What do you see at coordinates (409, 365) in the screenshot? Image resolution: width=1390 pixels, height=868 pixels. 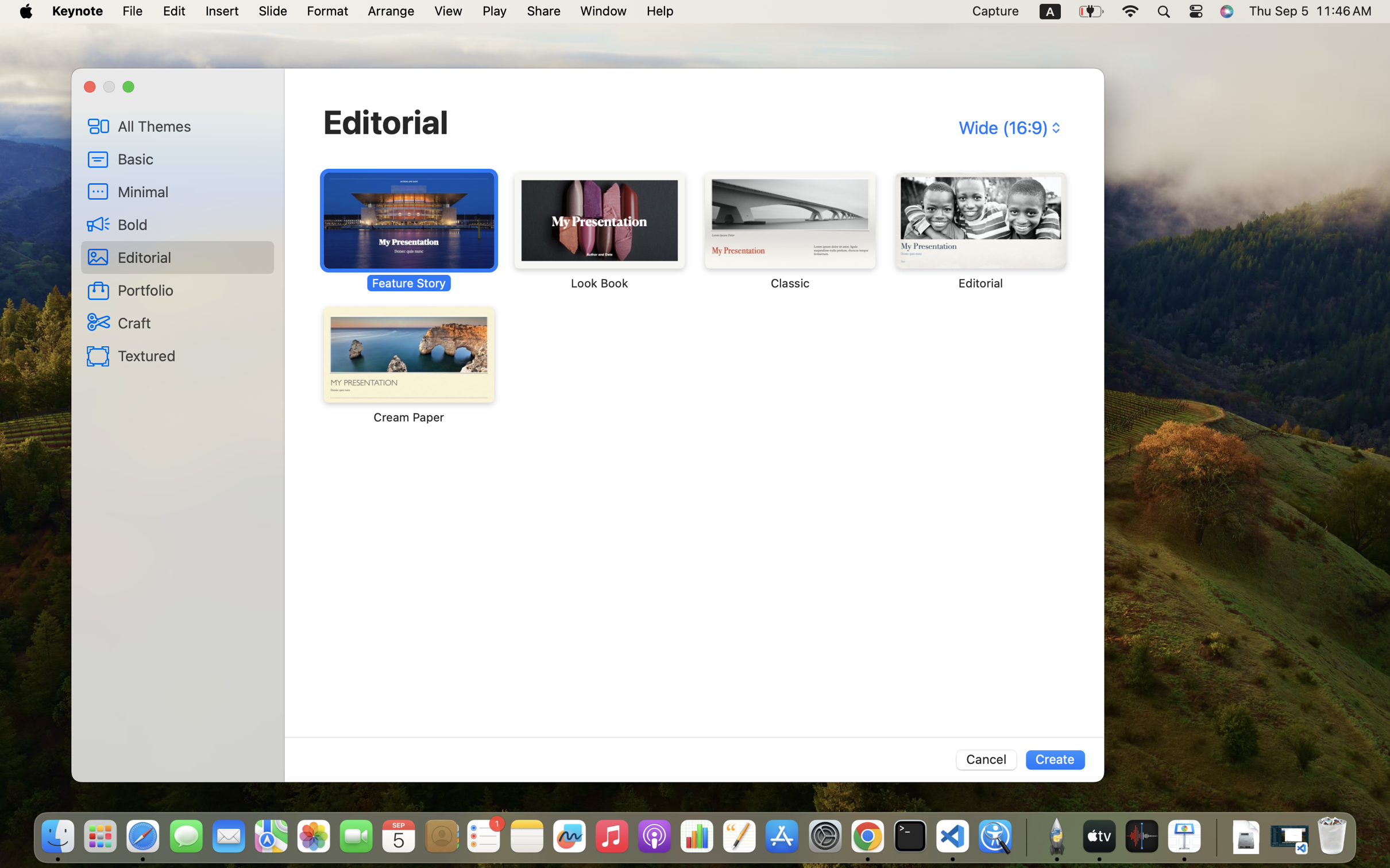 I see `'‎⁨Cream Paper⁩'` at bounding box center [409, 365].